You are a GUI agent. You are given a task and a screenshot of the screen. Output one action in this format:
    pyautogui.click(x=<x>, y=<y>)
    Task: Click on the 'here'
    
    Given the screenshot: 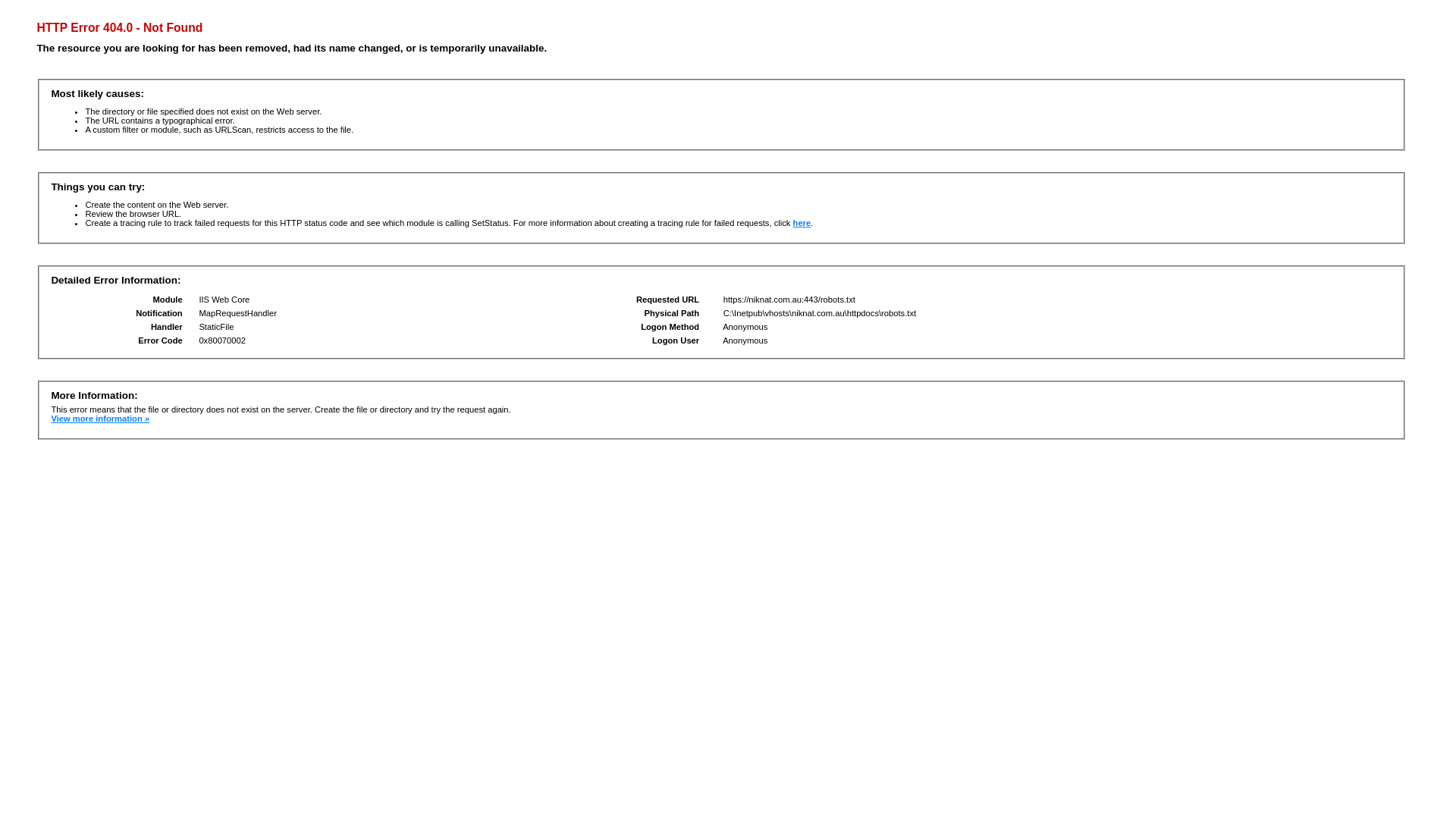 What is the action you would take?
    pyautogui.click(x=792, y=222)
    